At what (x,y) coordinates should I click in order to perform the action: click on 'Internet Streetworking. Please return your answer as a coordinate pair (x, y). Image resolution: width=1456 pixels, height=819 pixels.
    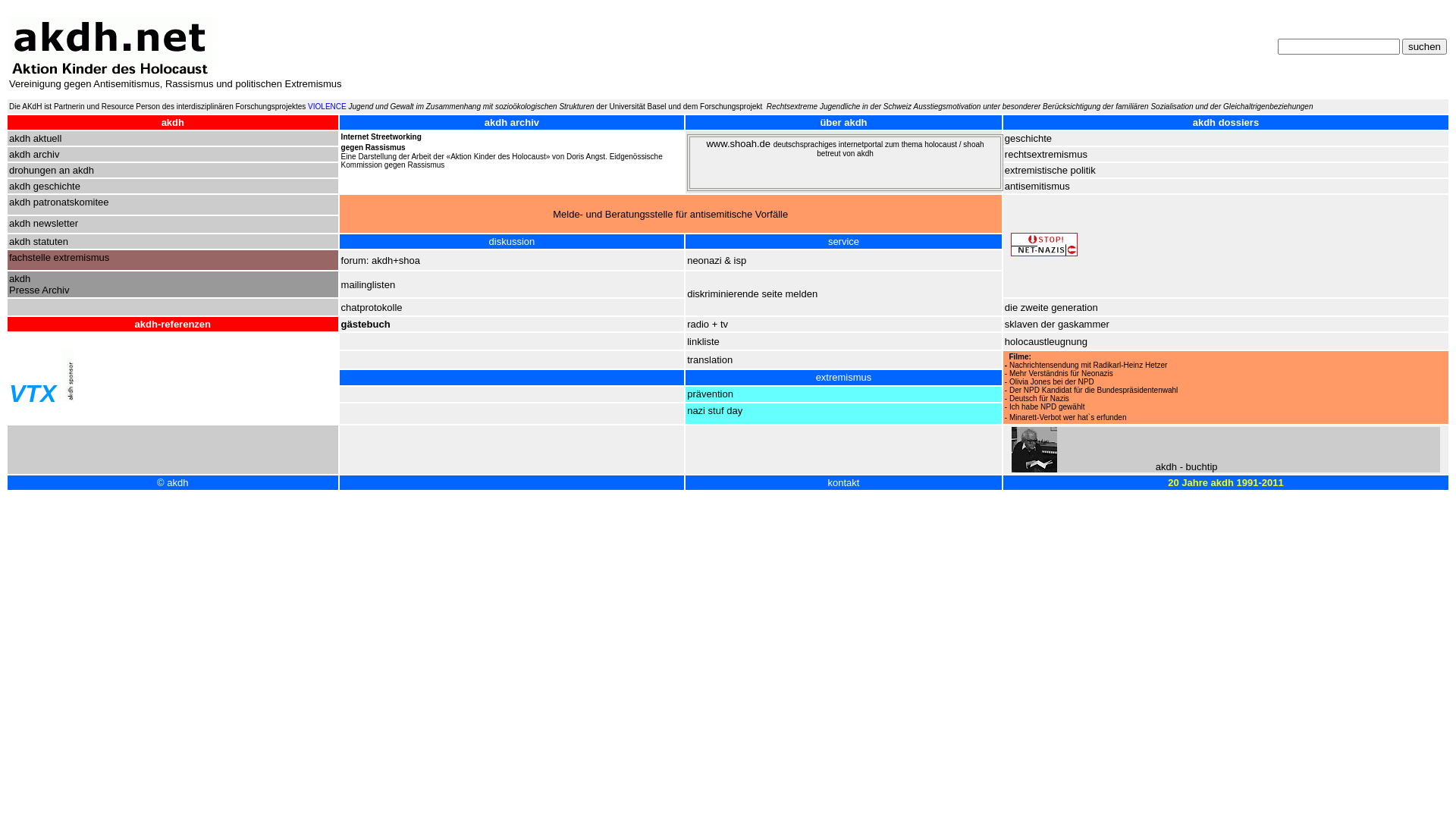
    Looking at the image, I should click on (381, 142).